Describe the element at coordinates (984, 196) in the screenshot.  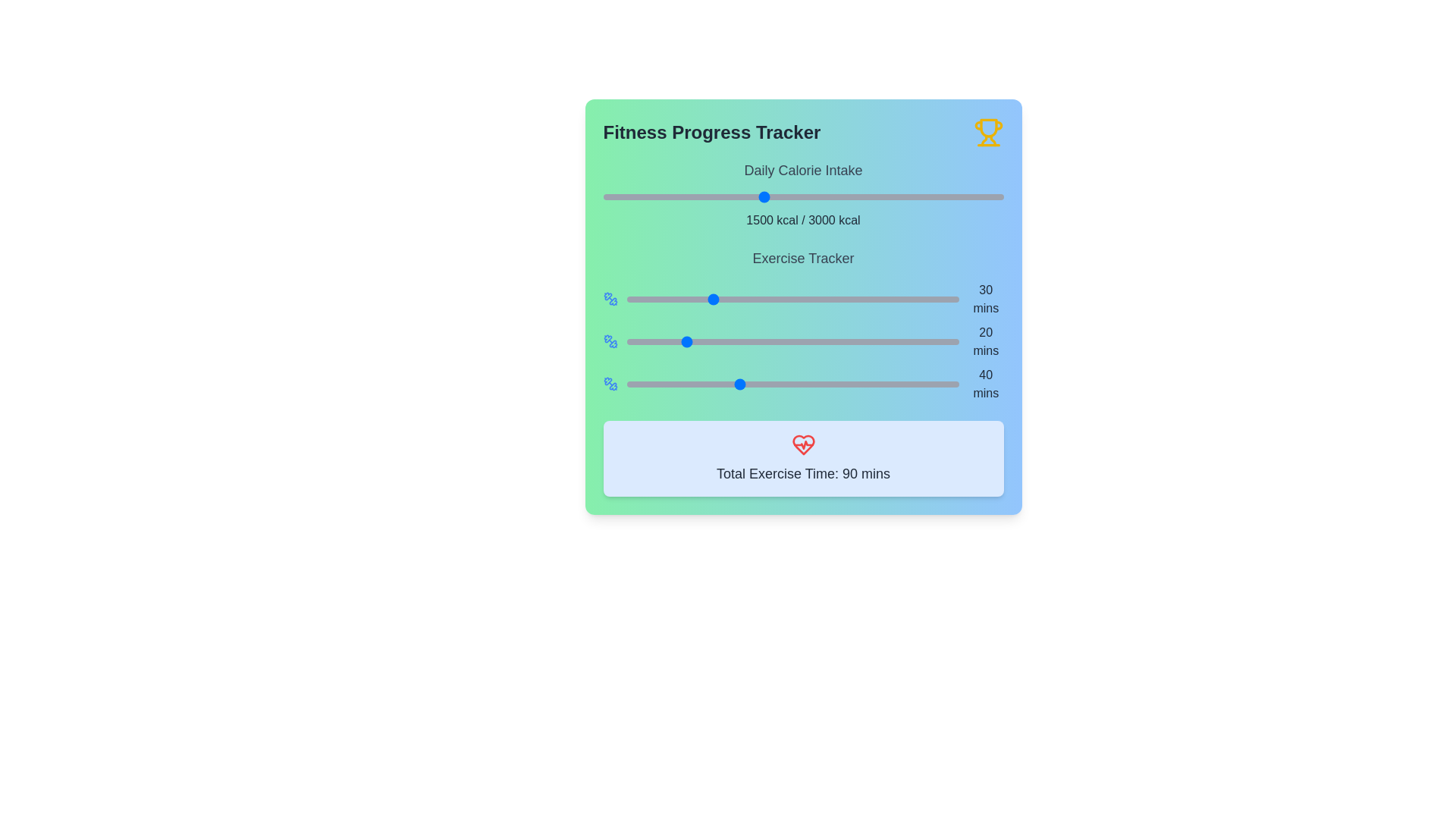
I see `calorie intake` at that location.